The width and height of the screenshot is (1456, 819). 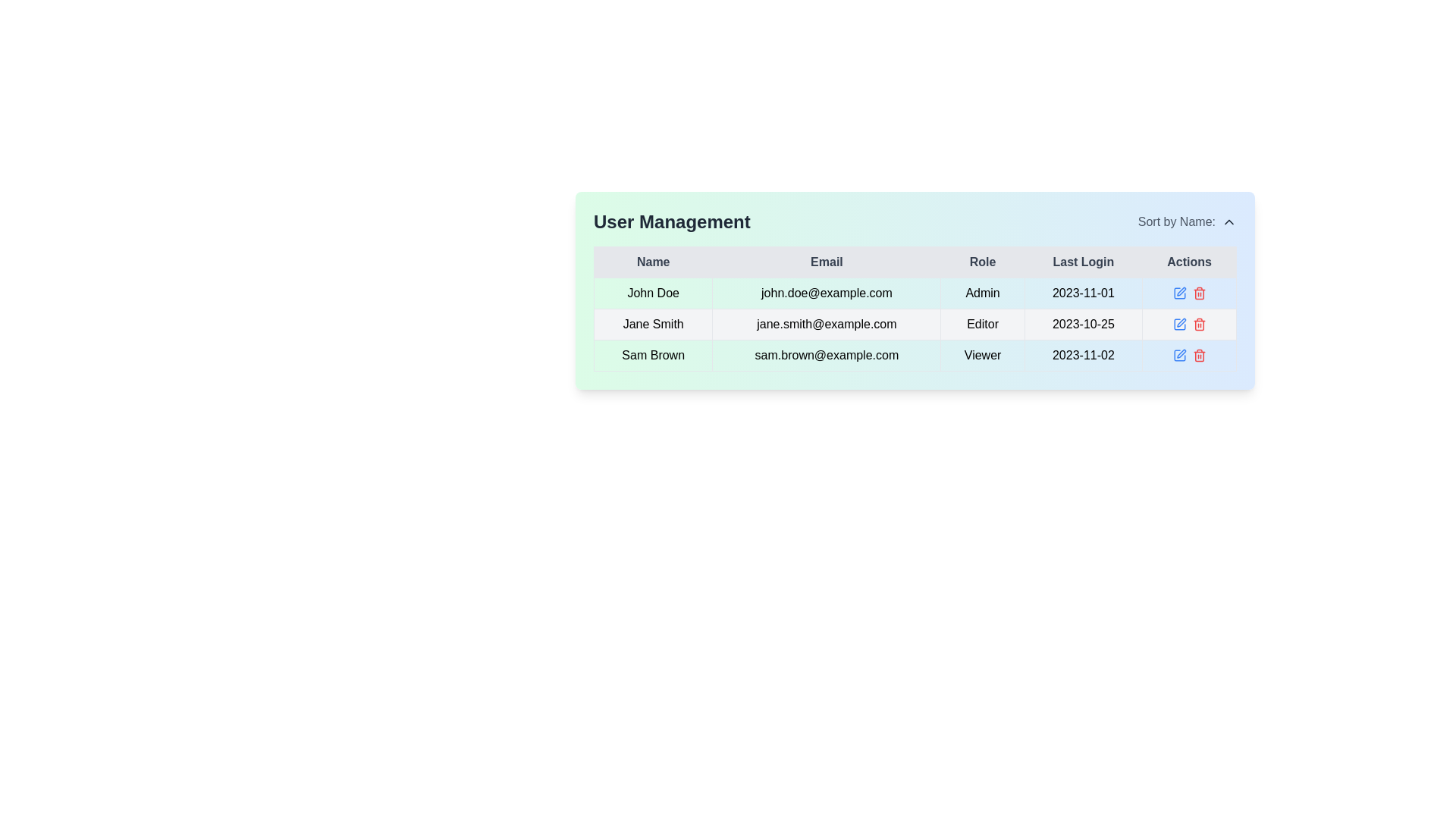 What do you see at coordinates (1188, 262) in the screenshot?
I see `the 'Actions' label located at the top right side of the table, which is the fifth header in the row` at bounding box center [1188, 262].